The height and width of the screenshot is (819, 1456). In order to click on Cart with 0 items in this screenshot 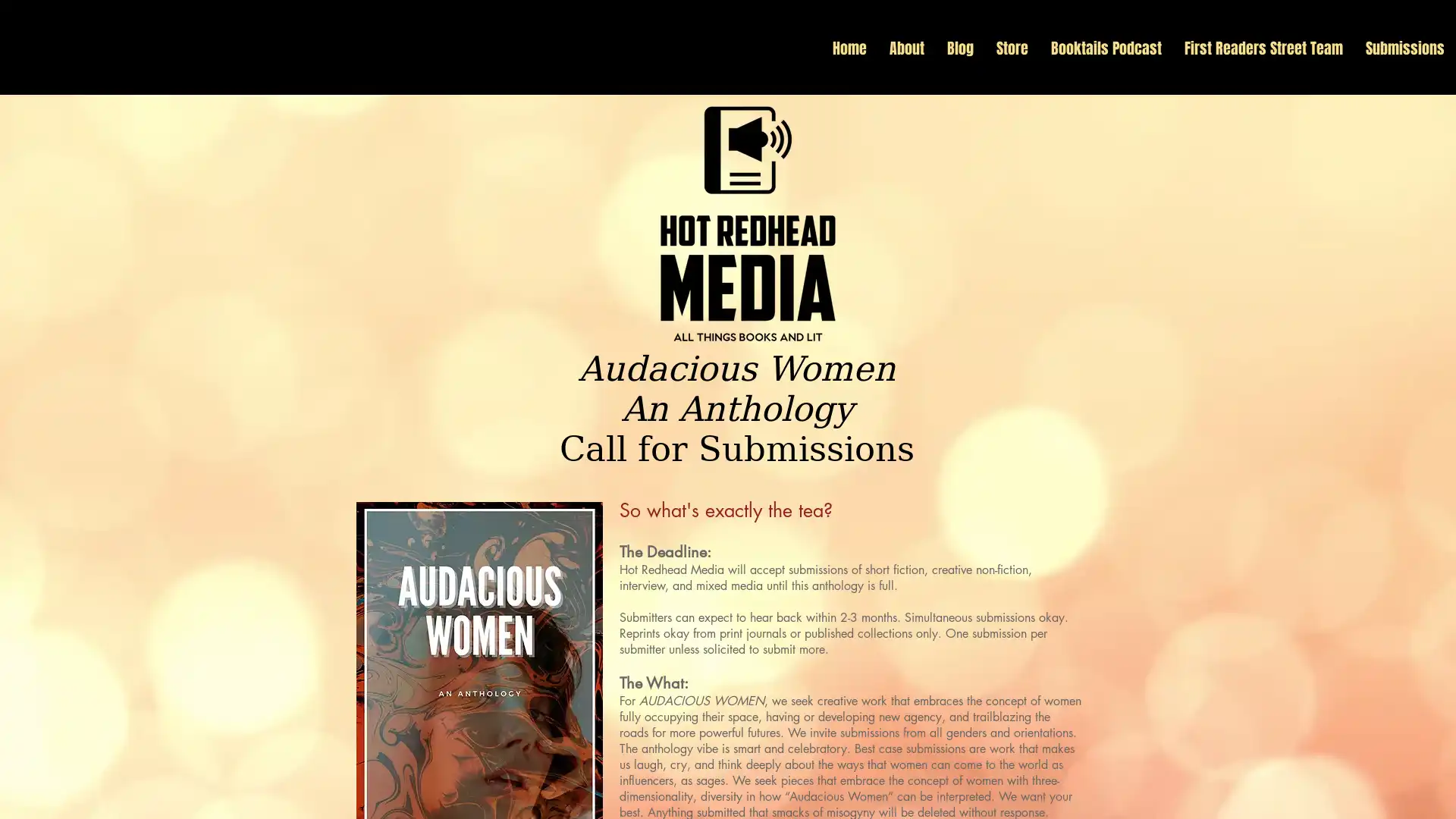, I will do `click(1441, 86)`.